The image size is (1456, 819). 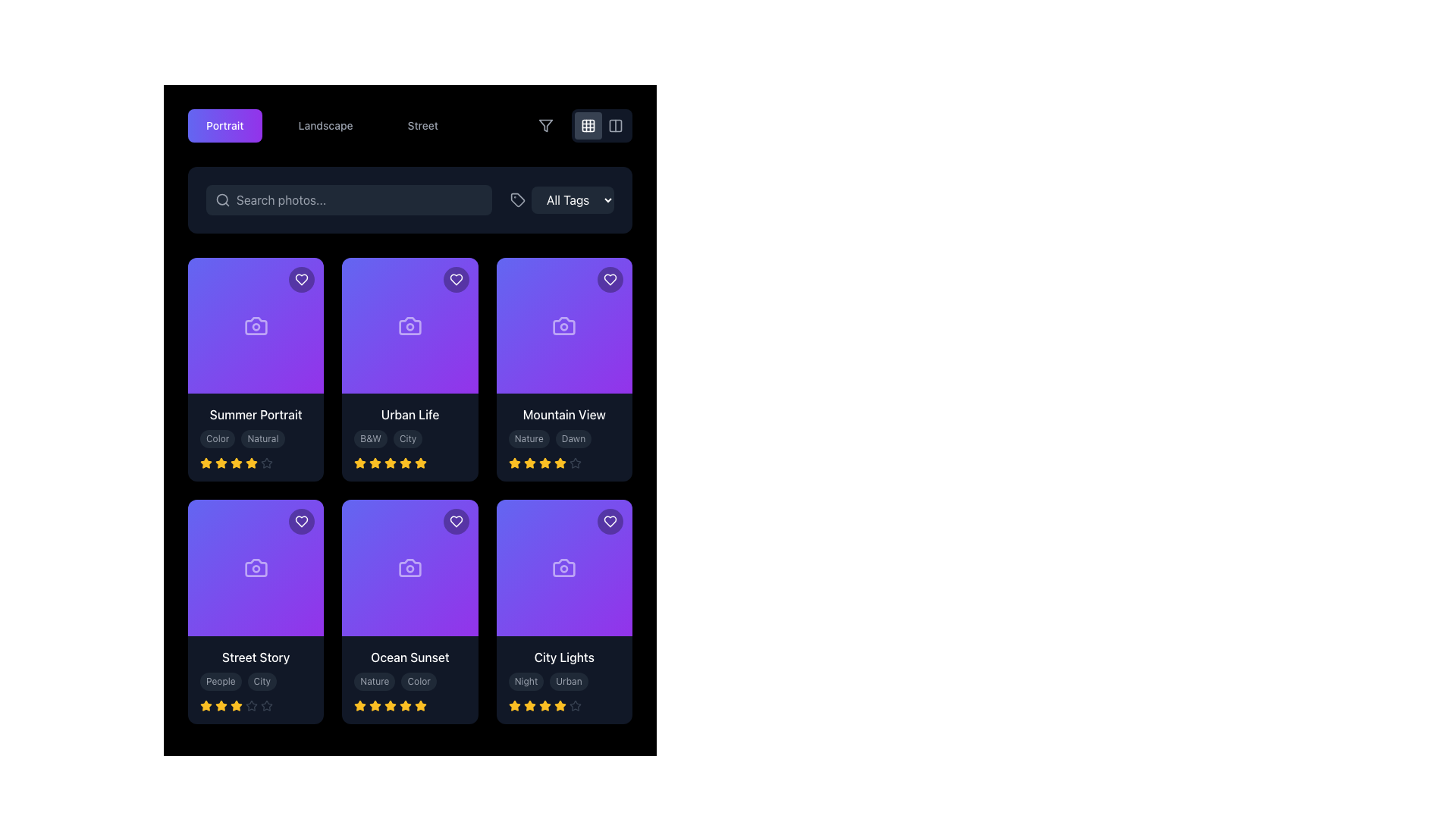 I want to click on the camera icon located within the purple tile labeled 'Ocean Sunset', positioned in the second row and second column of the visual grid layout, so click(x=410, y=567).